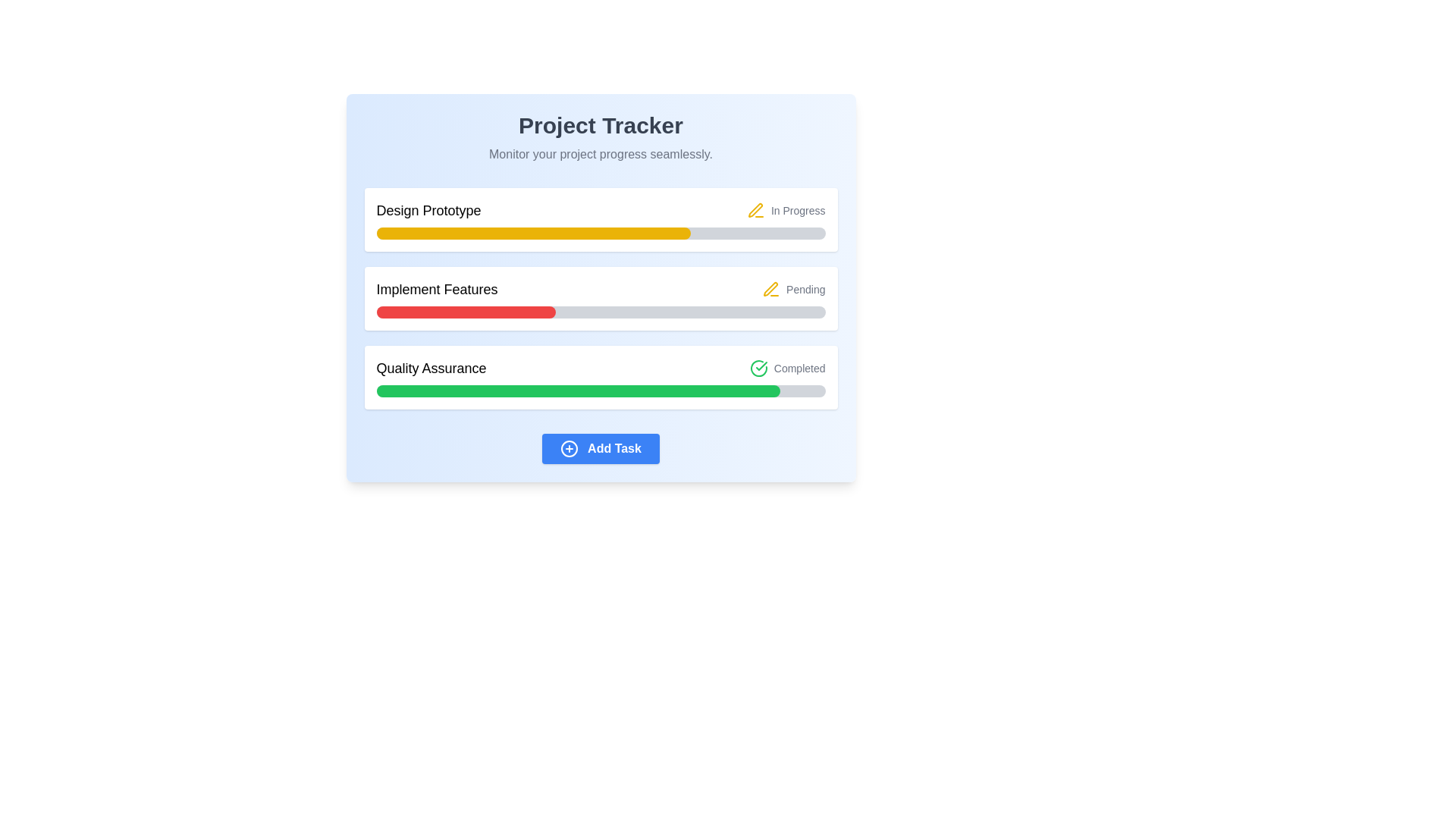  What do you see at coordinates (403, 234) in the screenshot?
I see `the progress bar` at bounding box center [403, 234].